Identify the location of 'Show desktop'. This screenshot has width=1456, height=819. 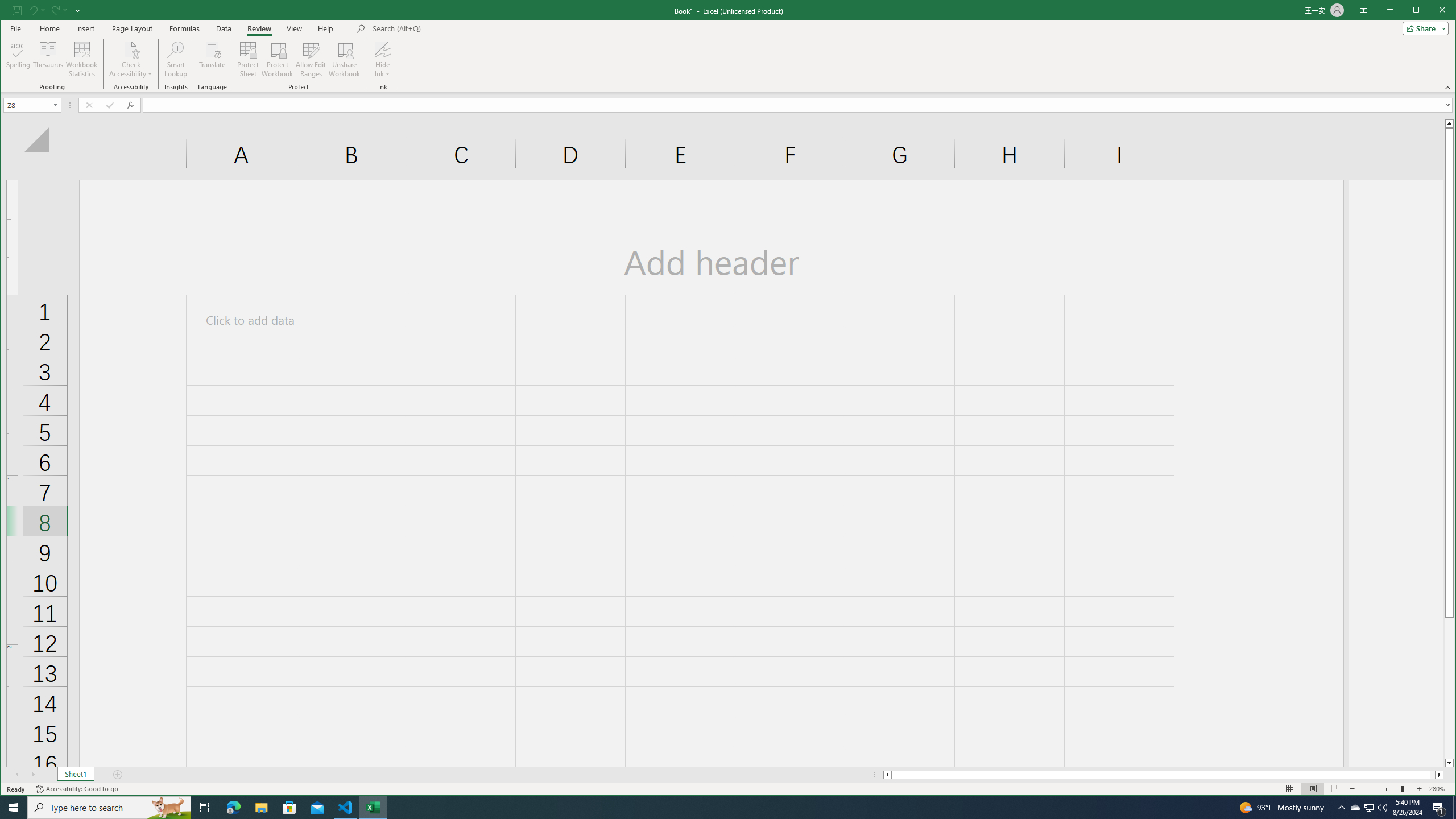
(1454, 806).